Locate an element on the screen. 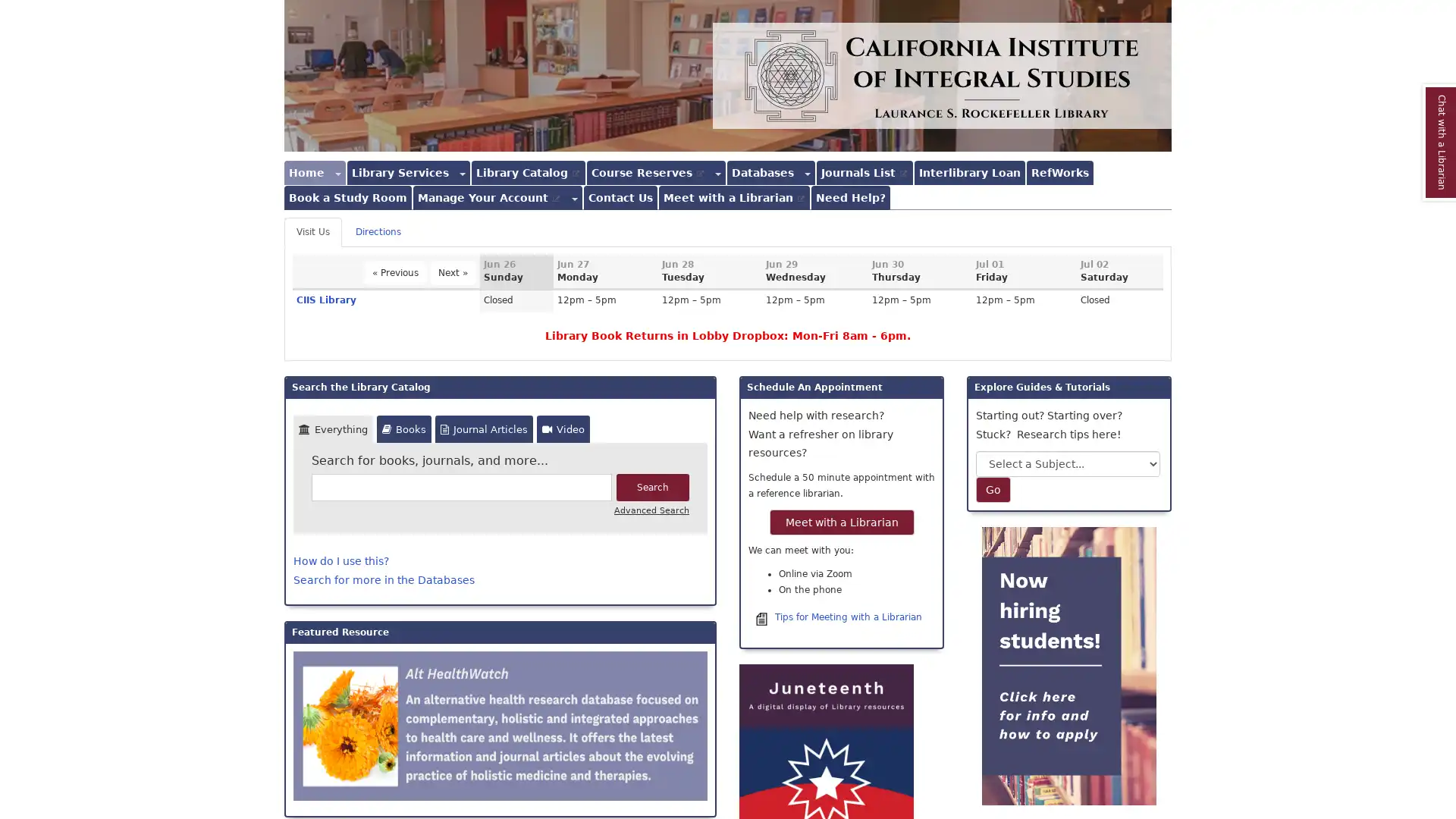 Image resolution: width=1456 pixels, height=819 pixels. Meet with a Librarian is located at coordinates (840, 520).